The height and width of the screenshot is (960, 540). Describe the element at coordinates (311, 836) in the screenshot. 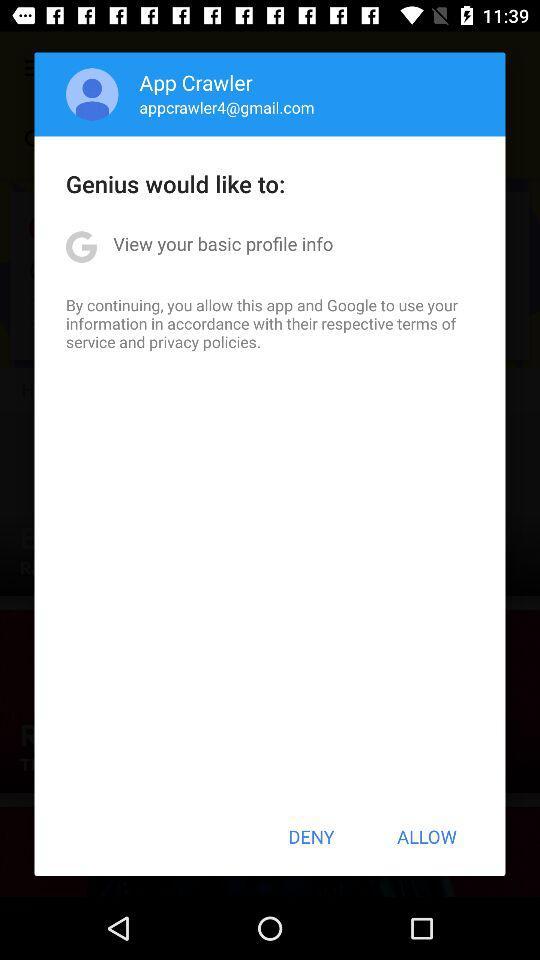

I see `button to the left of the allow icon` at that location.